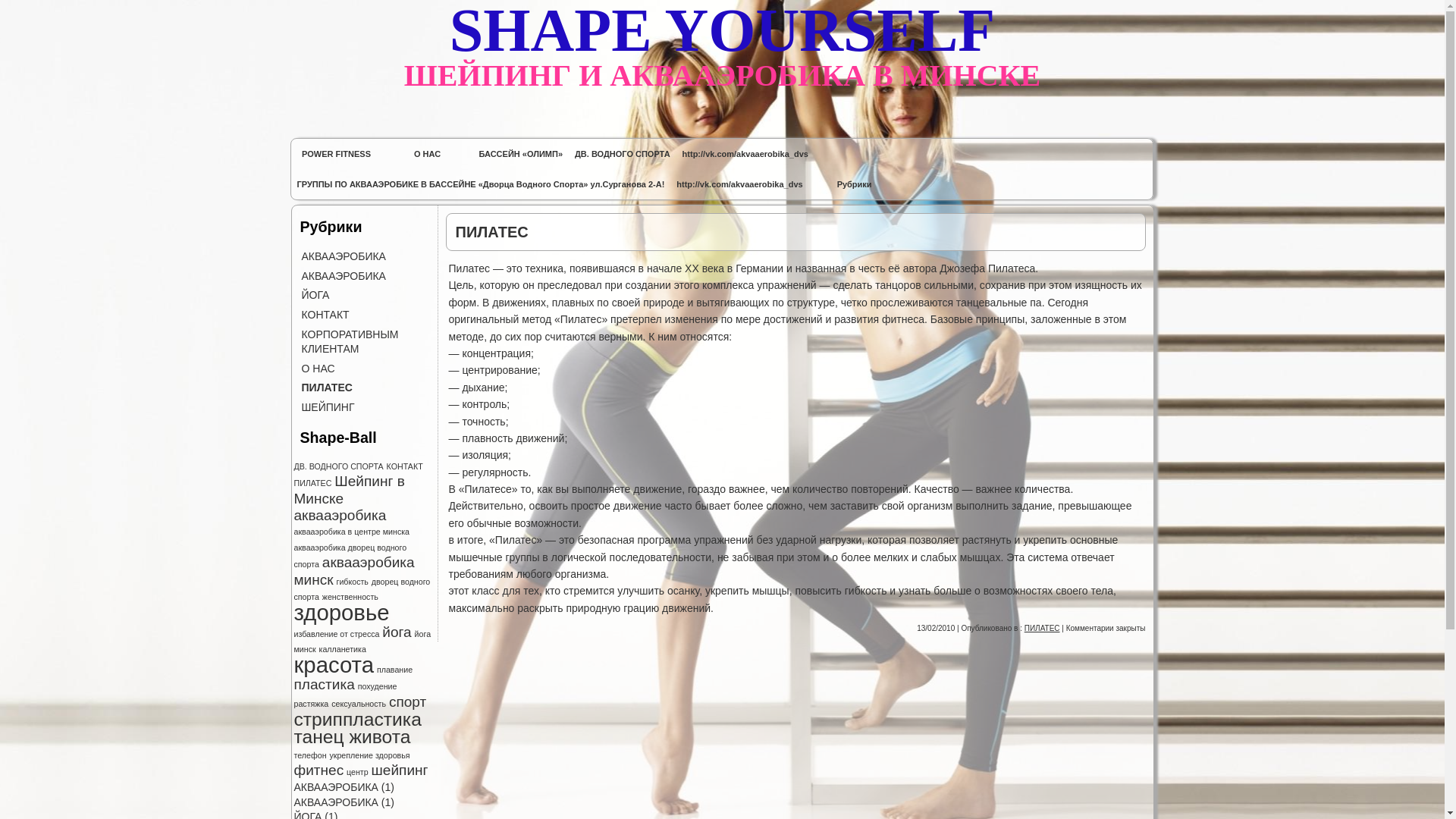 Image resolution: width=1456 pixels, height=819 pixels. I want to click on 'POWER FITNESS', so click(336, 154).